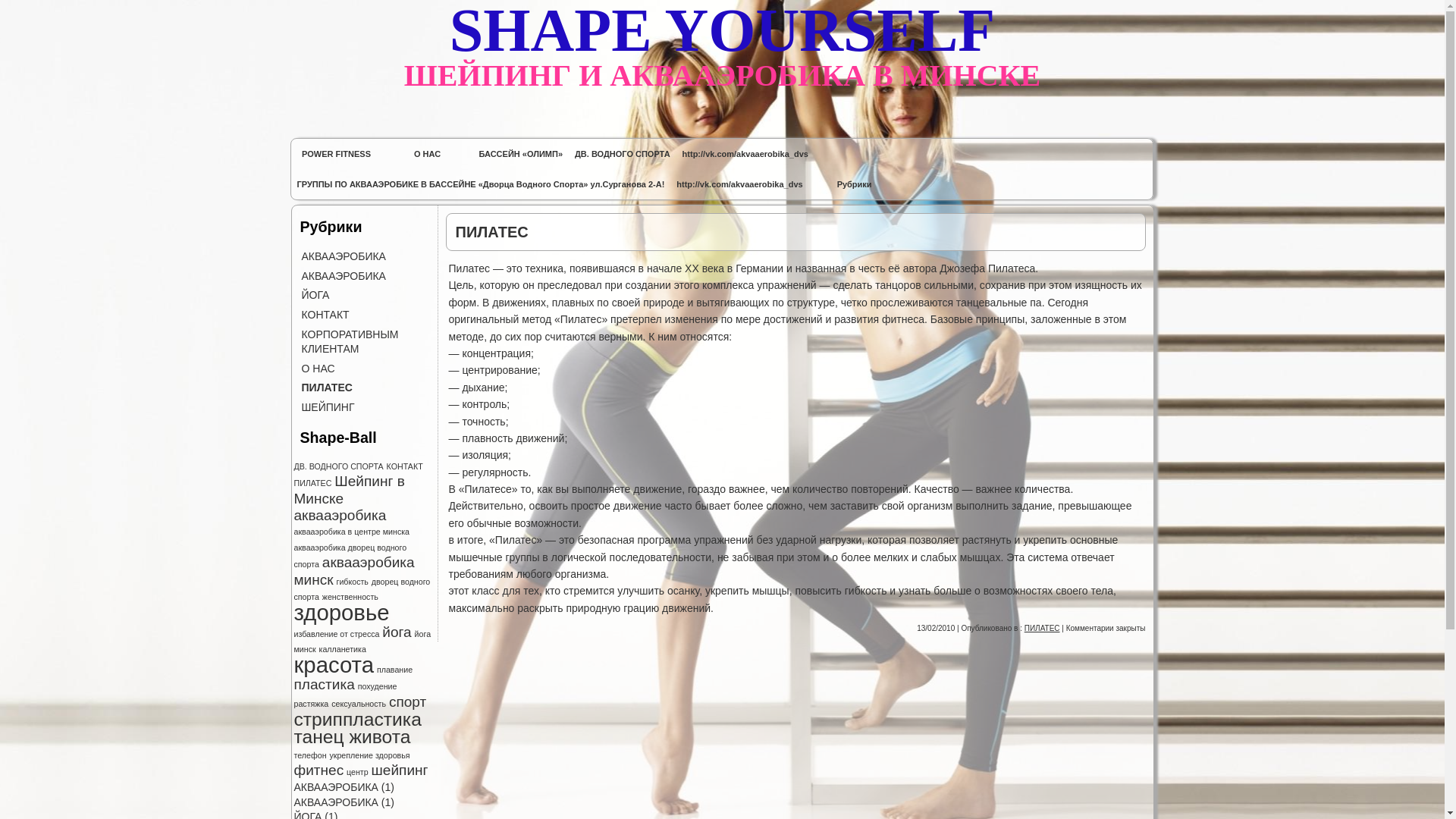 Image resolution: width=1456 pixels, height=819 pixels. I want to click on 'POWER FITNESS', so click(336, 154).